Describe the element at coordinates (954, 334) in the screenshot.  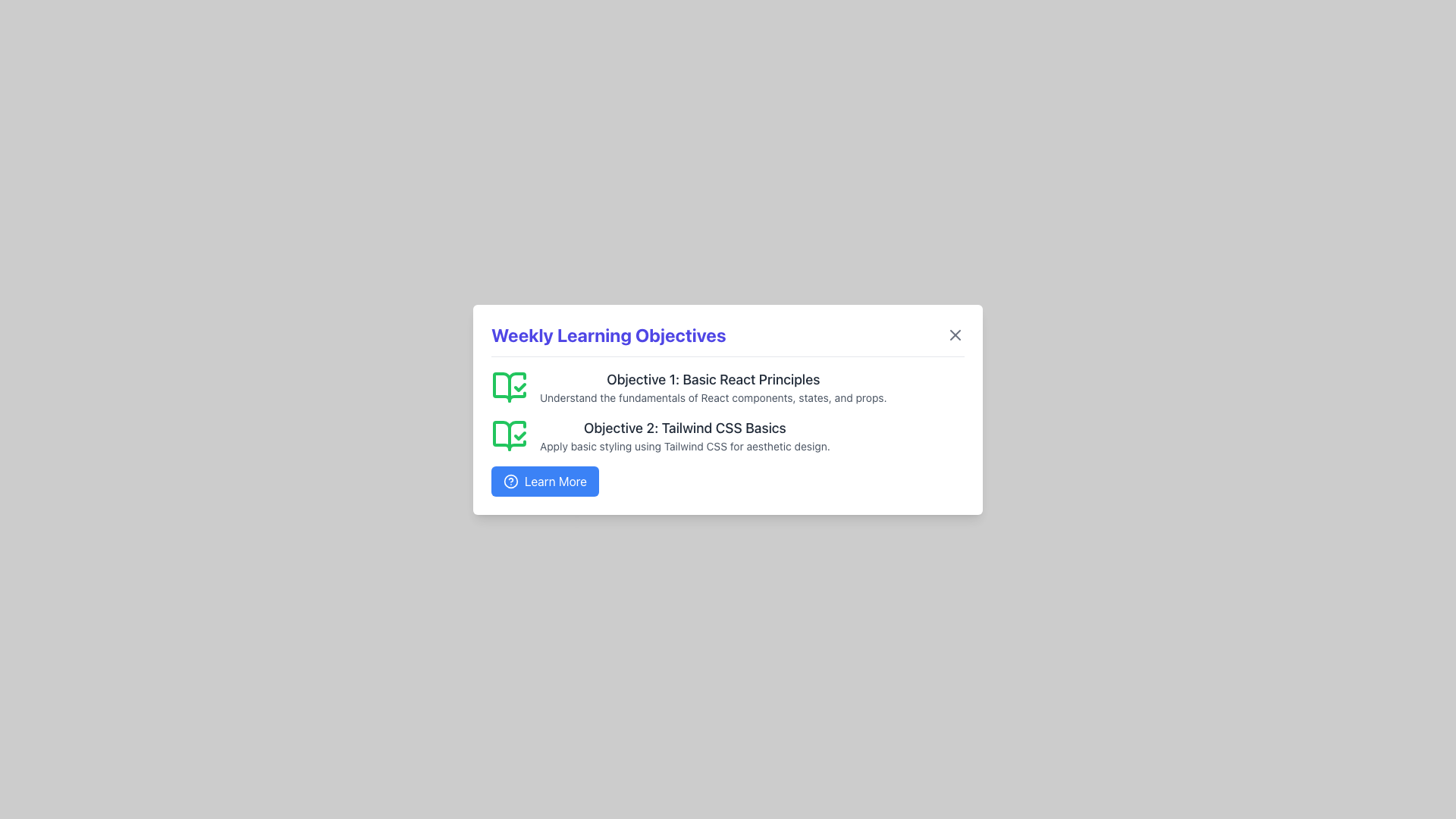
I see `the gray close button icon located in the top-right corner of the modal header, near the 'Weekly Learning Objectives' label` at that location.